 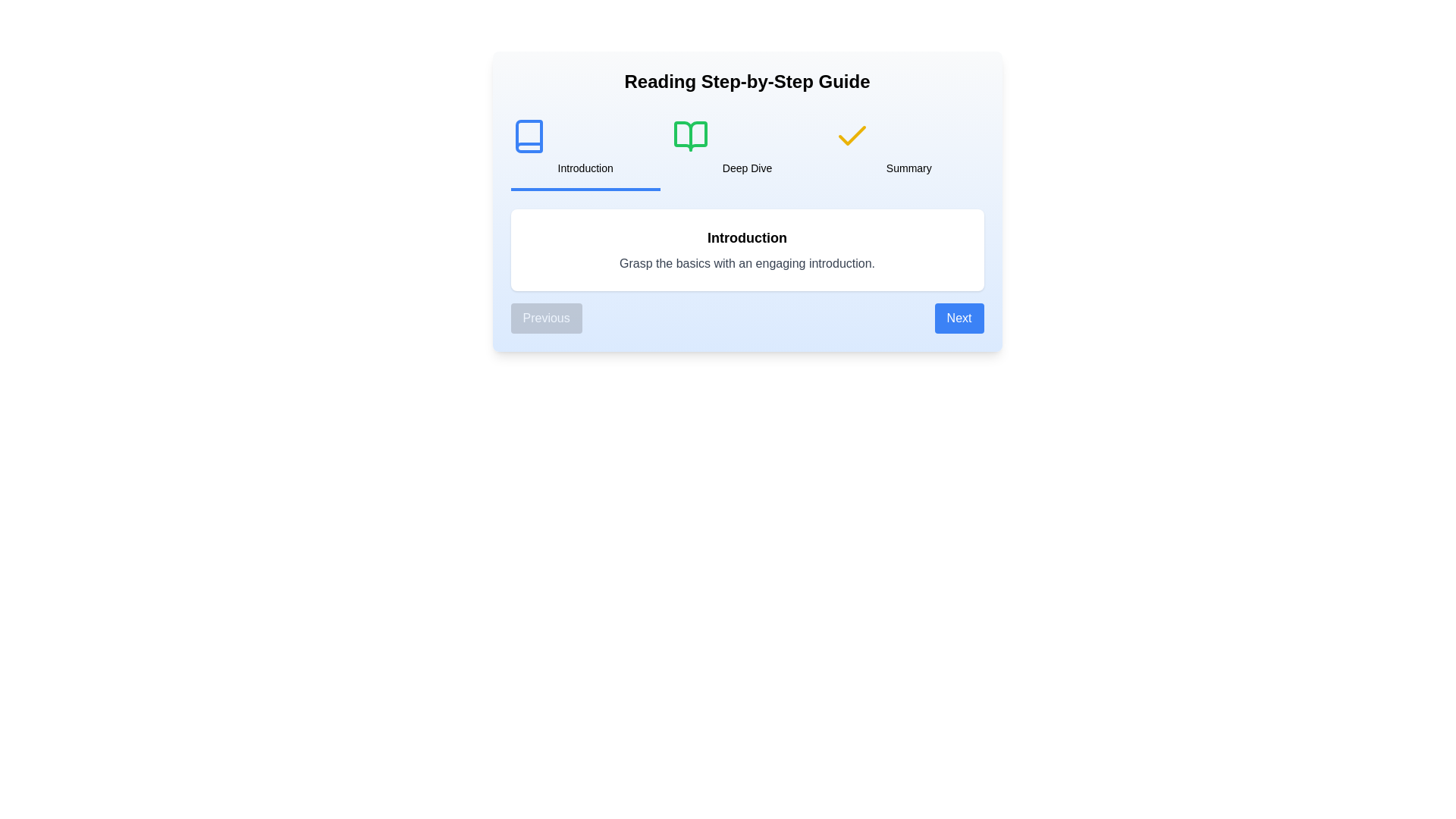 What do you see at coordinates (852, 136) in the screenshot?
I see `the icon representing the step Summary` at bounding box center [852, 136].